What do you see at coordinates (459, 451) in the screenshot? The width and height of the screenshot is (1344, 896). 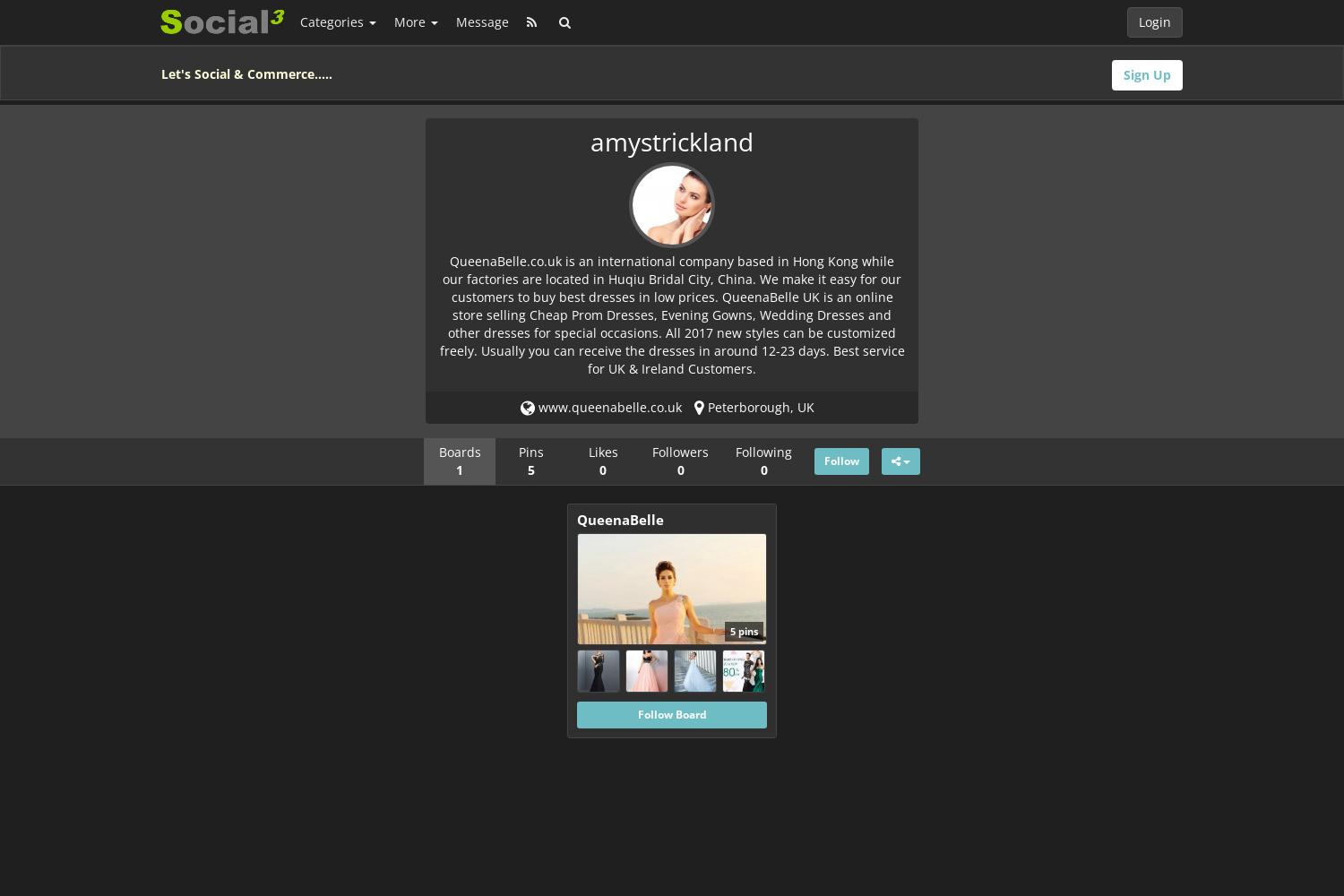 I see `'Boards'` at bounding box center [459, 451].